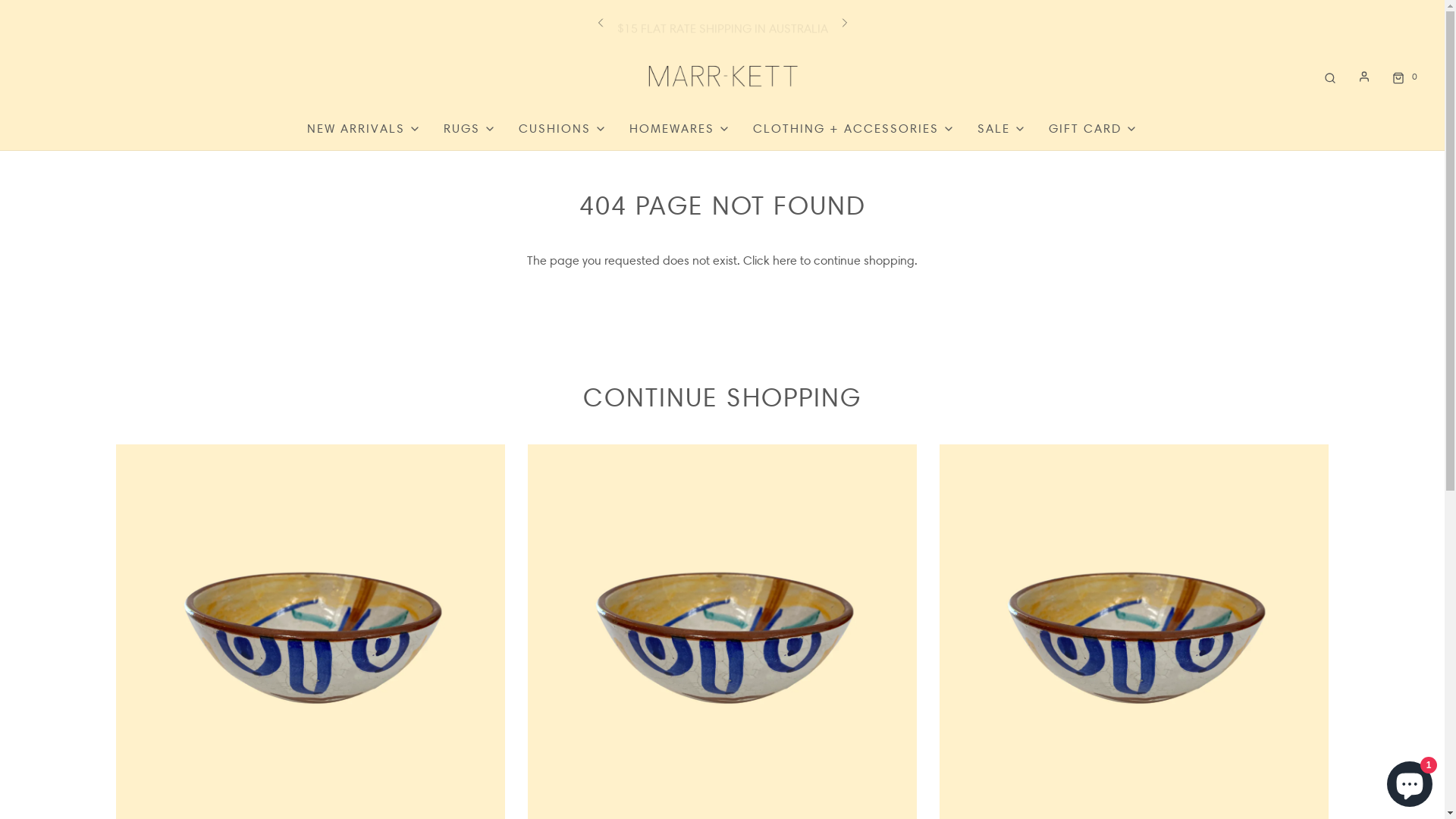 The image size is (1456, 819). What do you see at coordinates (562, 127) in the screenshot?
I see `'CUSHIONS'` at bounding box center [562, 127].